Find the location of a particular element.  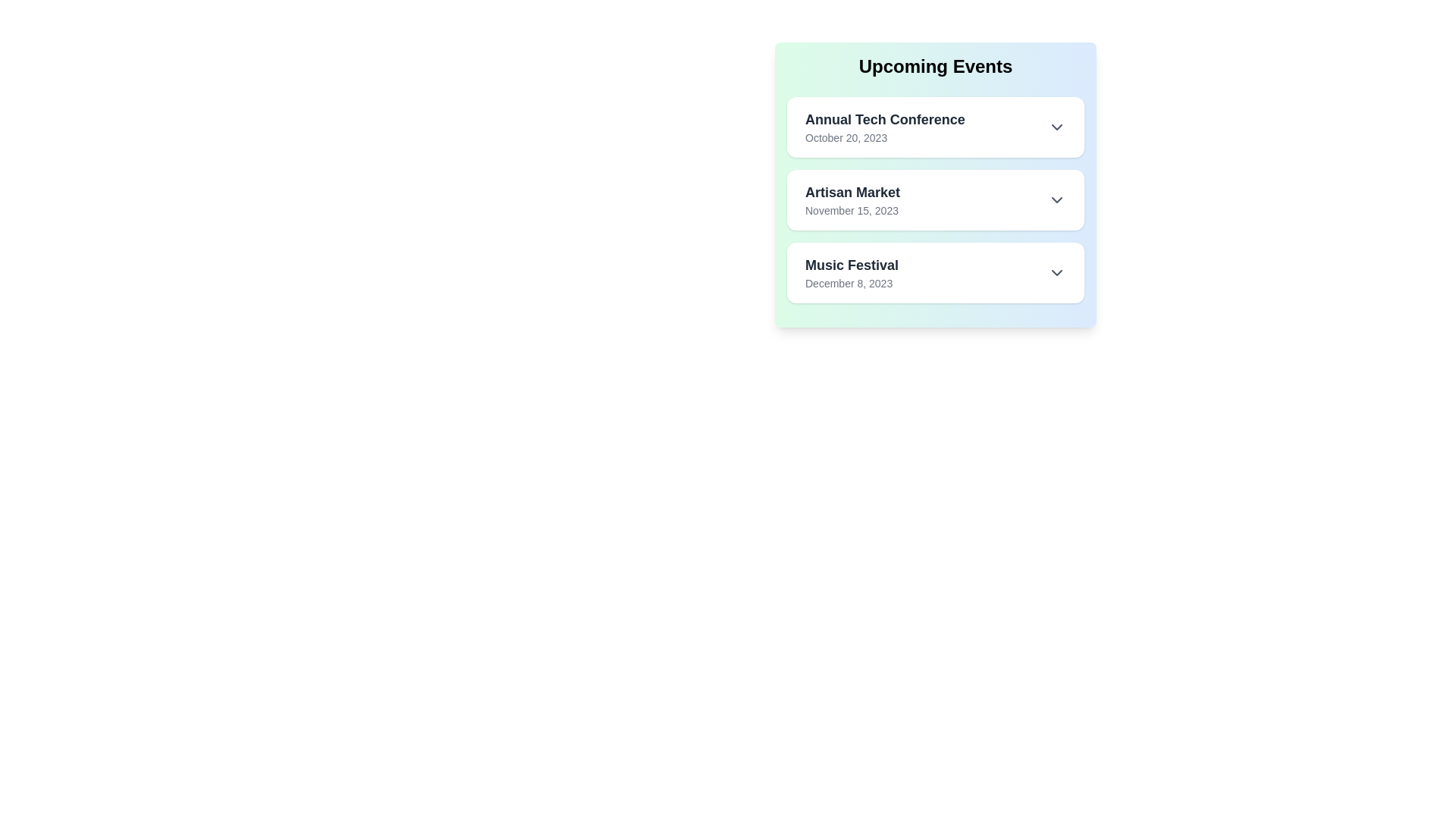

the chevron toggle icon located at the right edge of the bottom-most item under the 'Upcoming Events' header is located at coordinates (1056, 271).